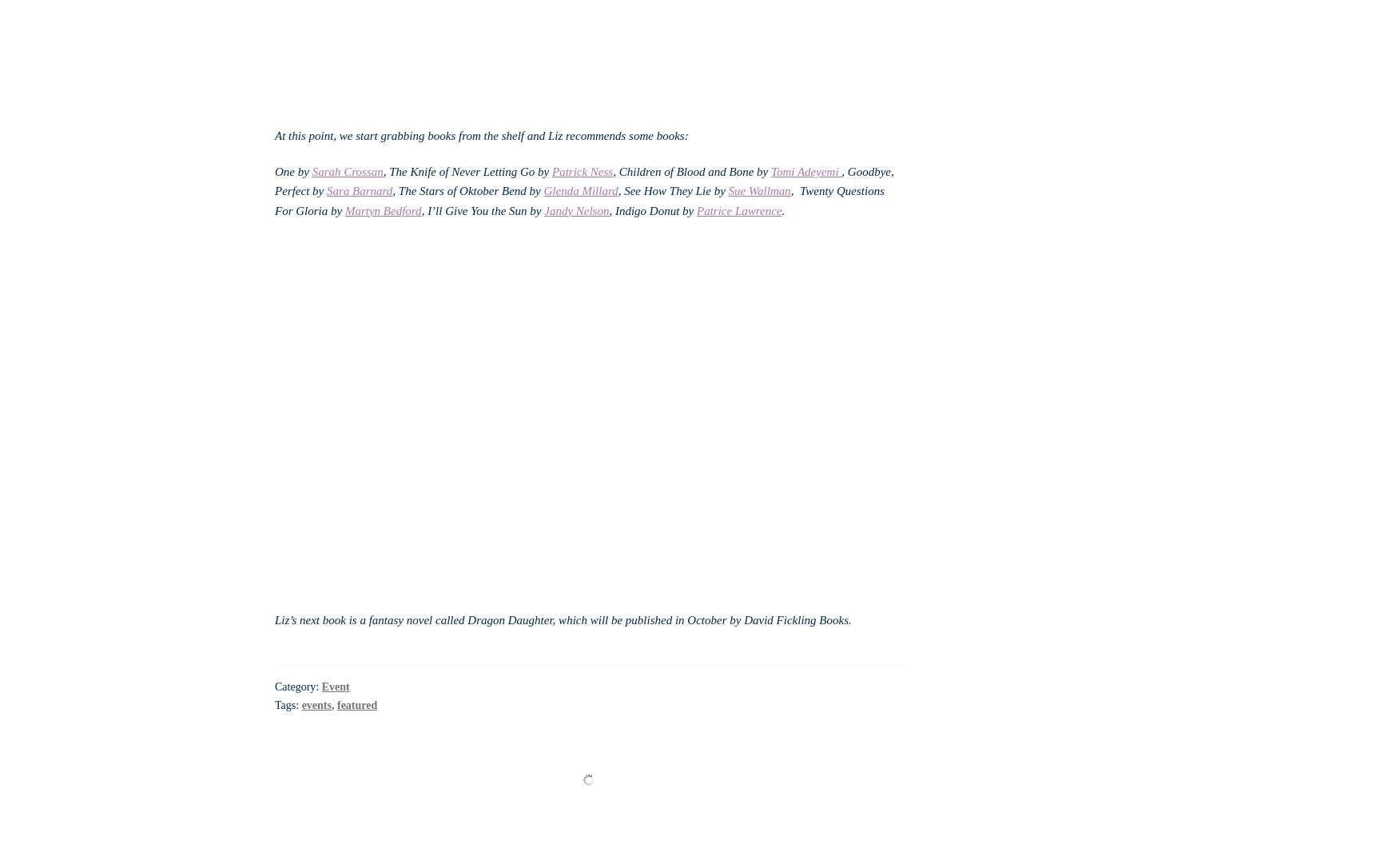 The width and height of the screenshot is (1400, 848). I want to click on 'Sara Barnard', so click(325, 190).